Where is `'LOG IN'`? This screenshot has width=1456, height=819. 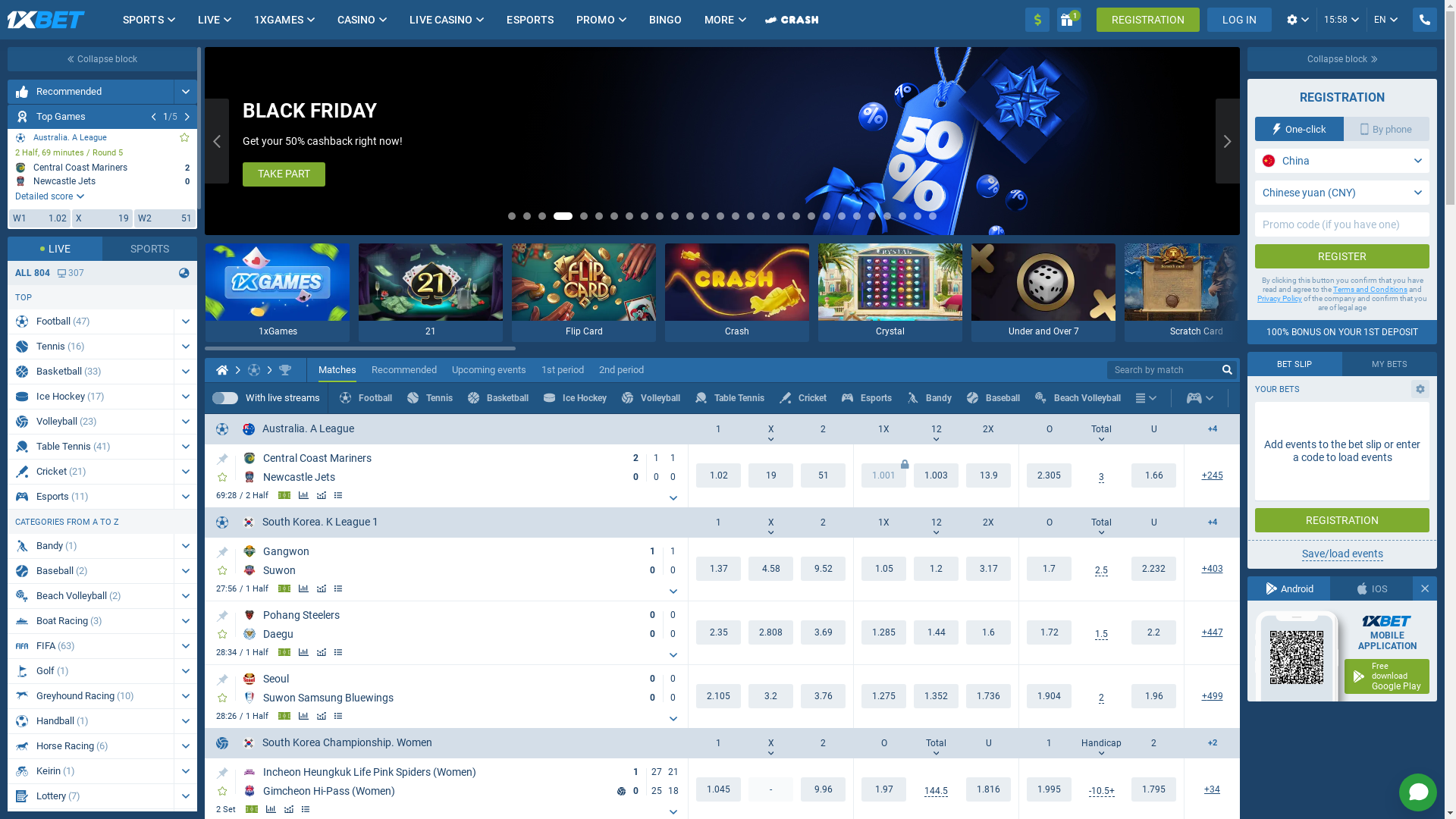 'LOG IN' is located at coordinates (1239, 20).